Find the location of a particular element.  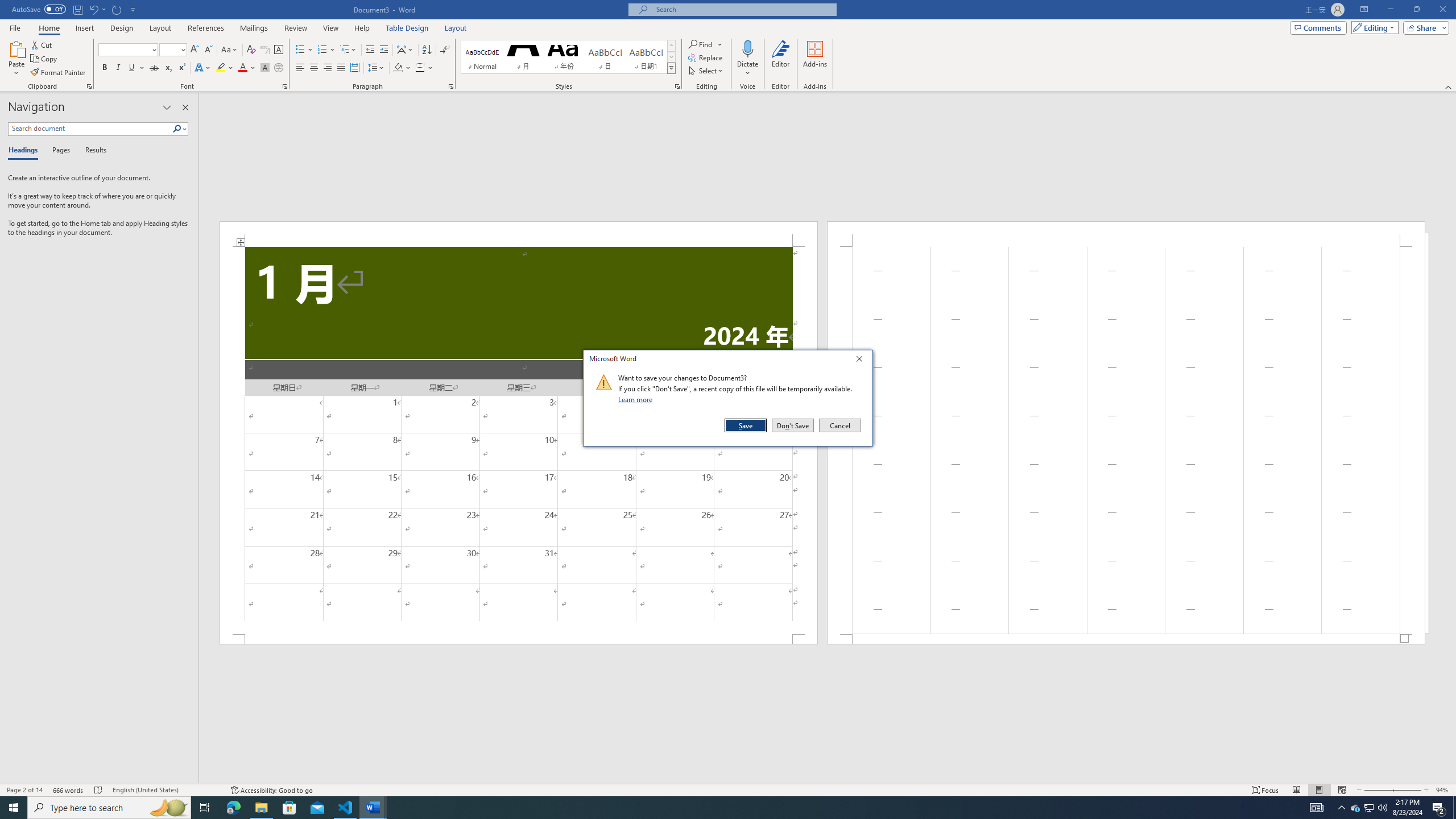

'Insert' is located at coordinates (84, 28).